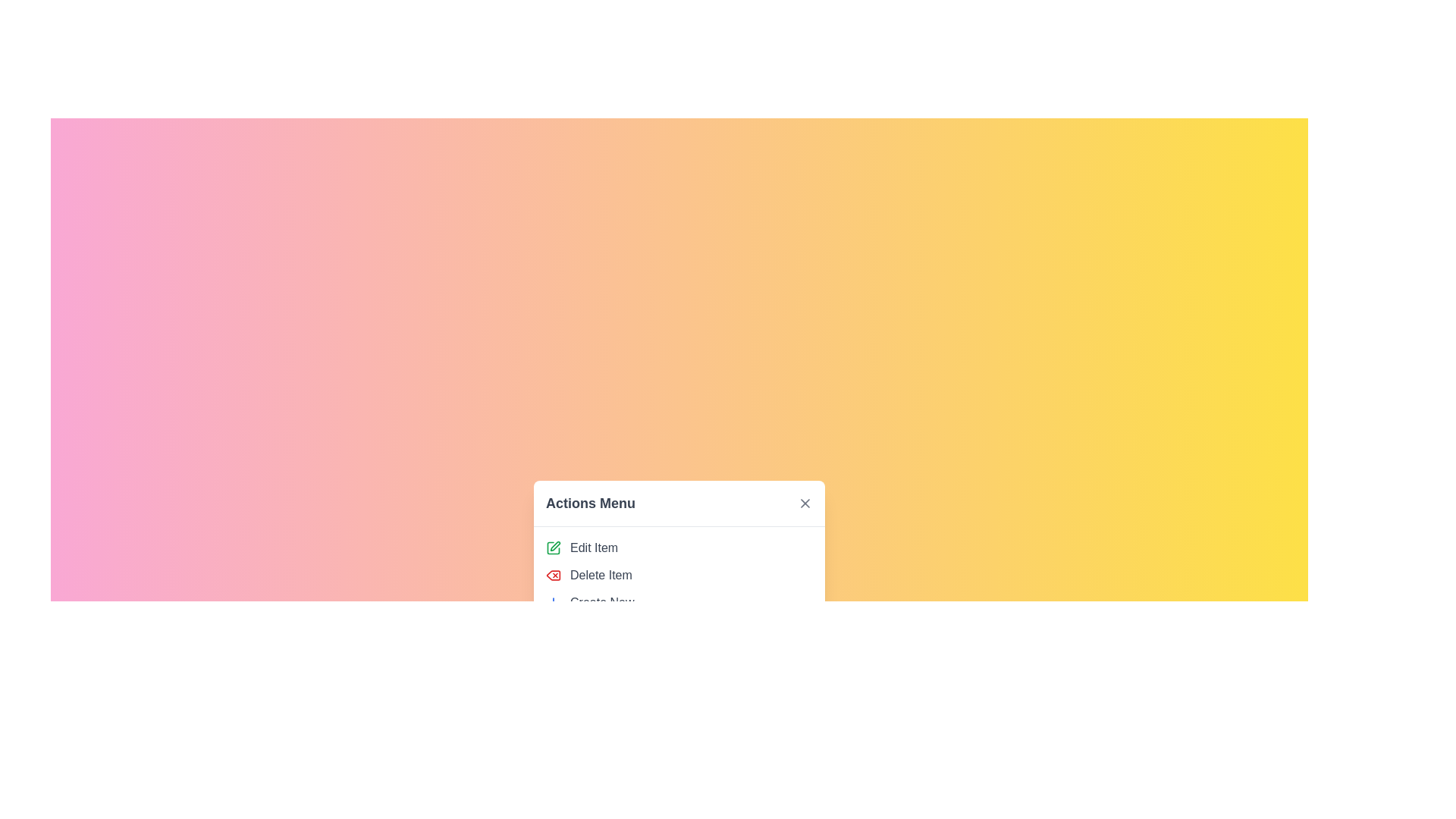 The width and height of the screenshot is (1456, 819). I want to click on the 'Delete Item' menu option, which features a red trash can icon and is positioned as the second item in a vertical list within the menu, so click(679, 575).